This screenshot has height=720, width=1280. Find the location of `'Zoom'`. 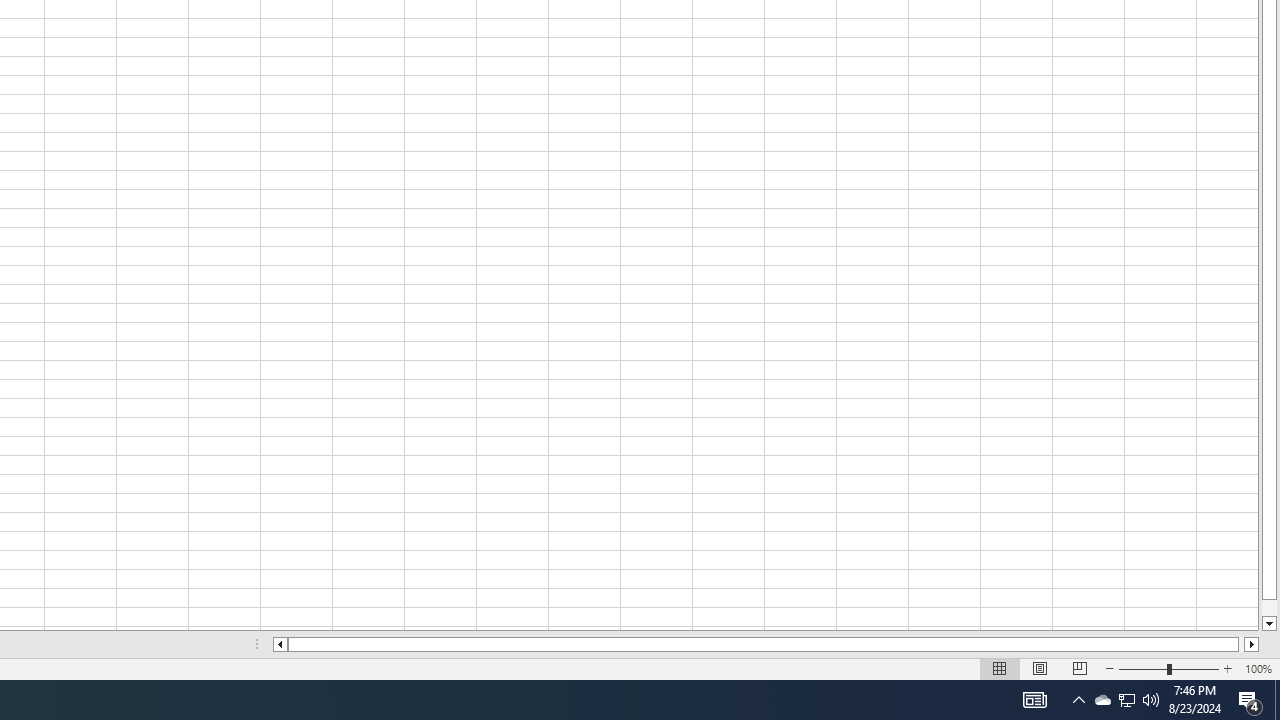

'Zoom' is located at coordinates (1168, 669).